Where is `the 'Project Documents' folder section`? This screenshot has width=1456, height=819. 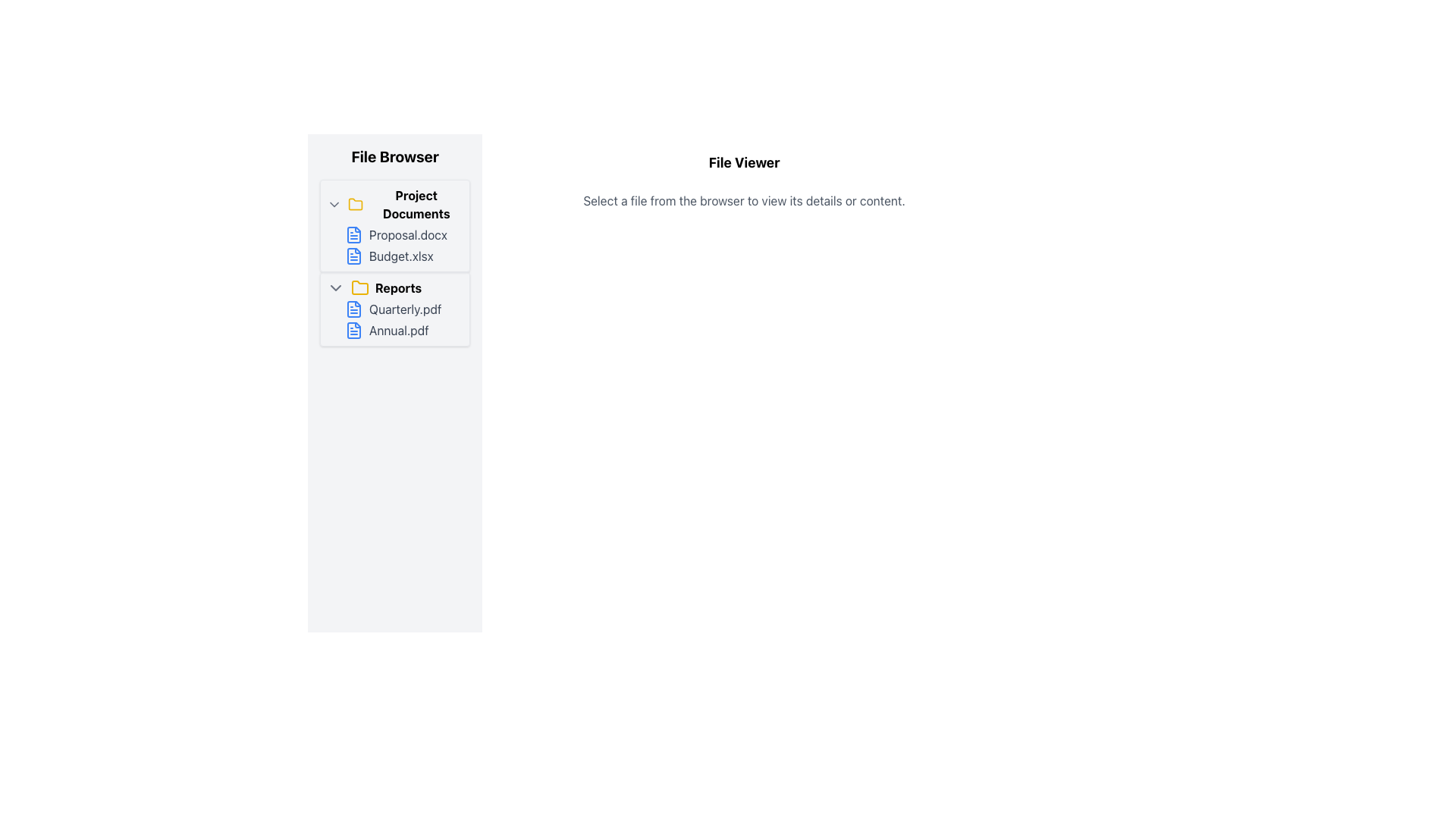
the 'Project Documents' folder section is located at coordinates (395, 225).